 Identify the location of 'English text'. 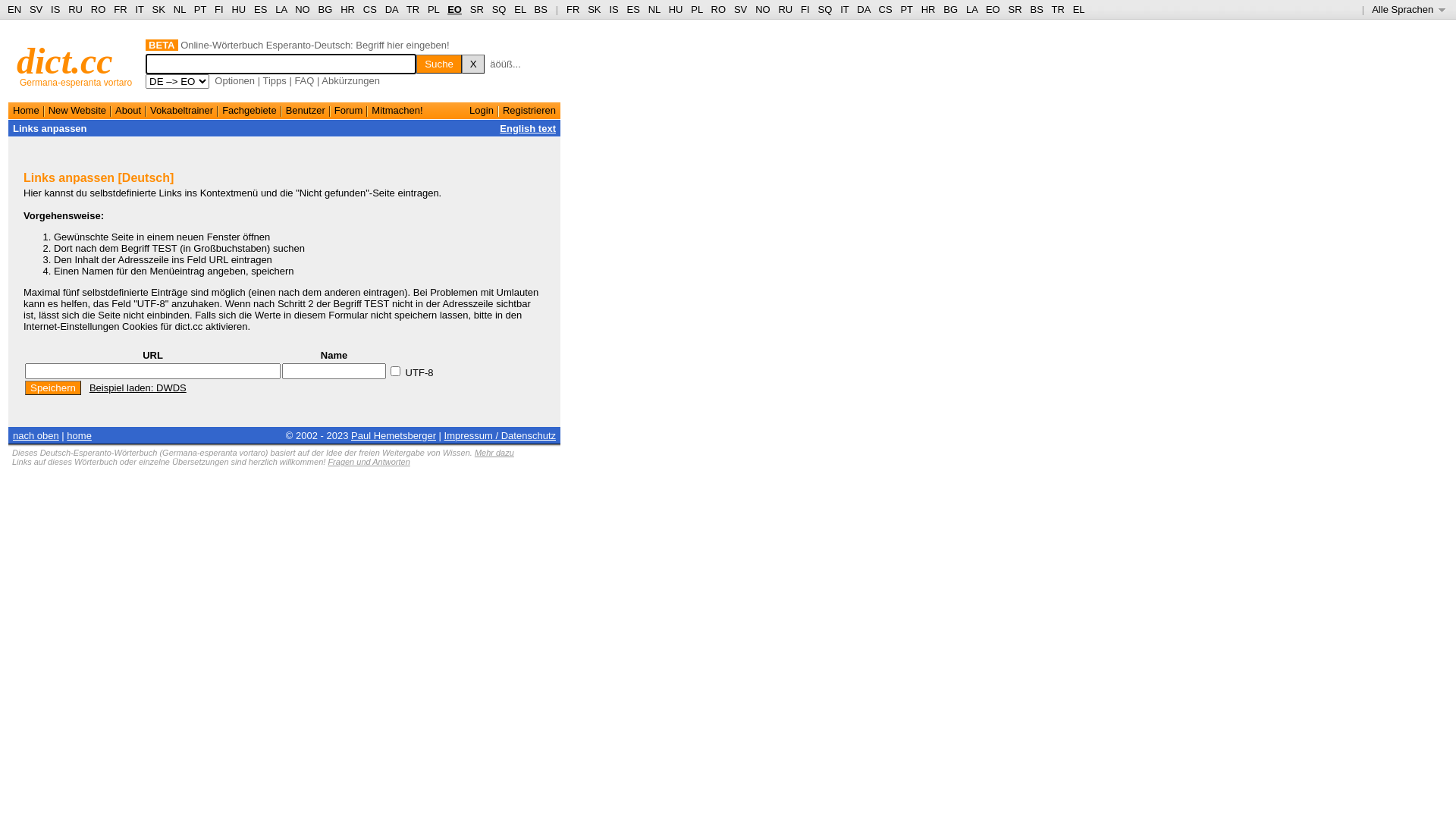
(528, 127).